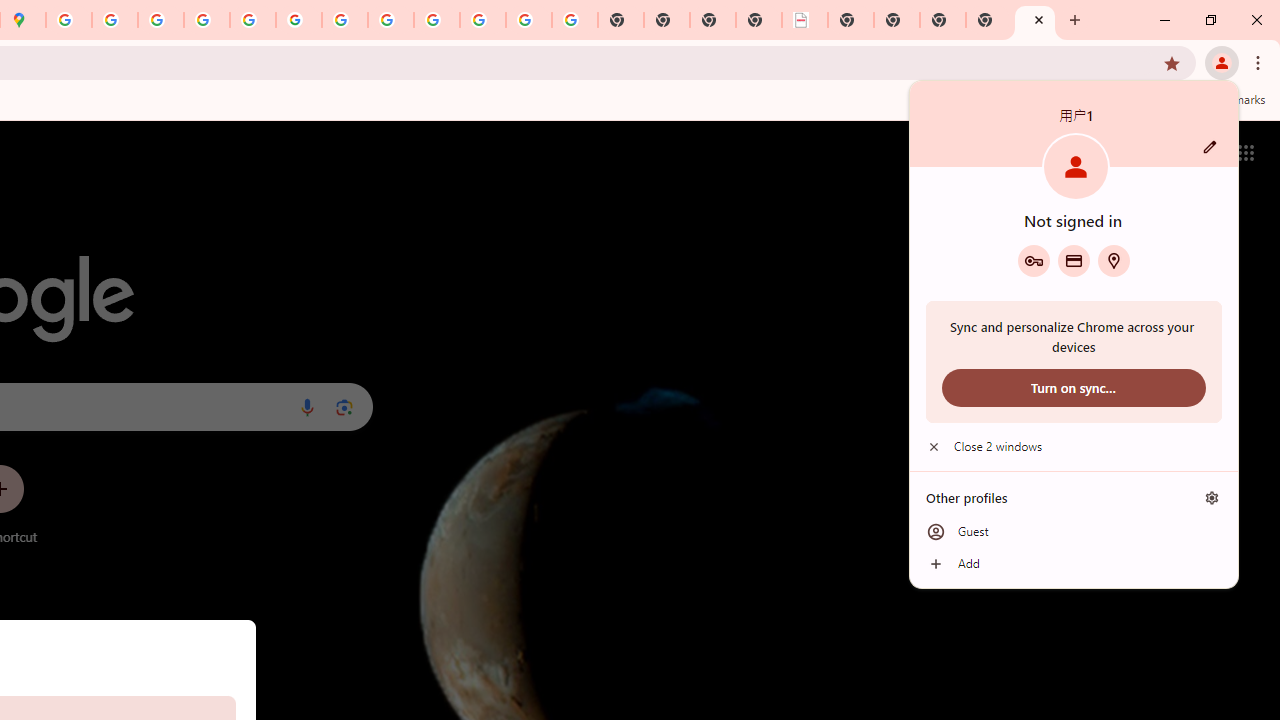  I want to click on 'Addresses and more', so click(1113, 260).